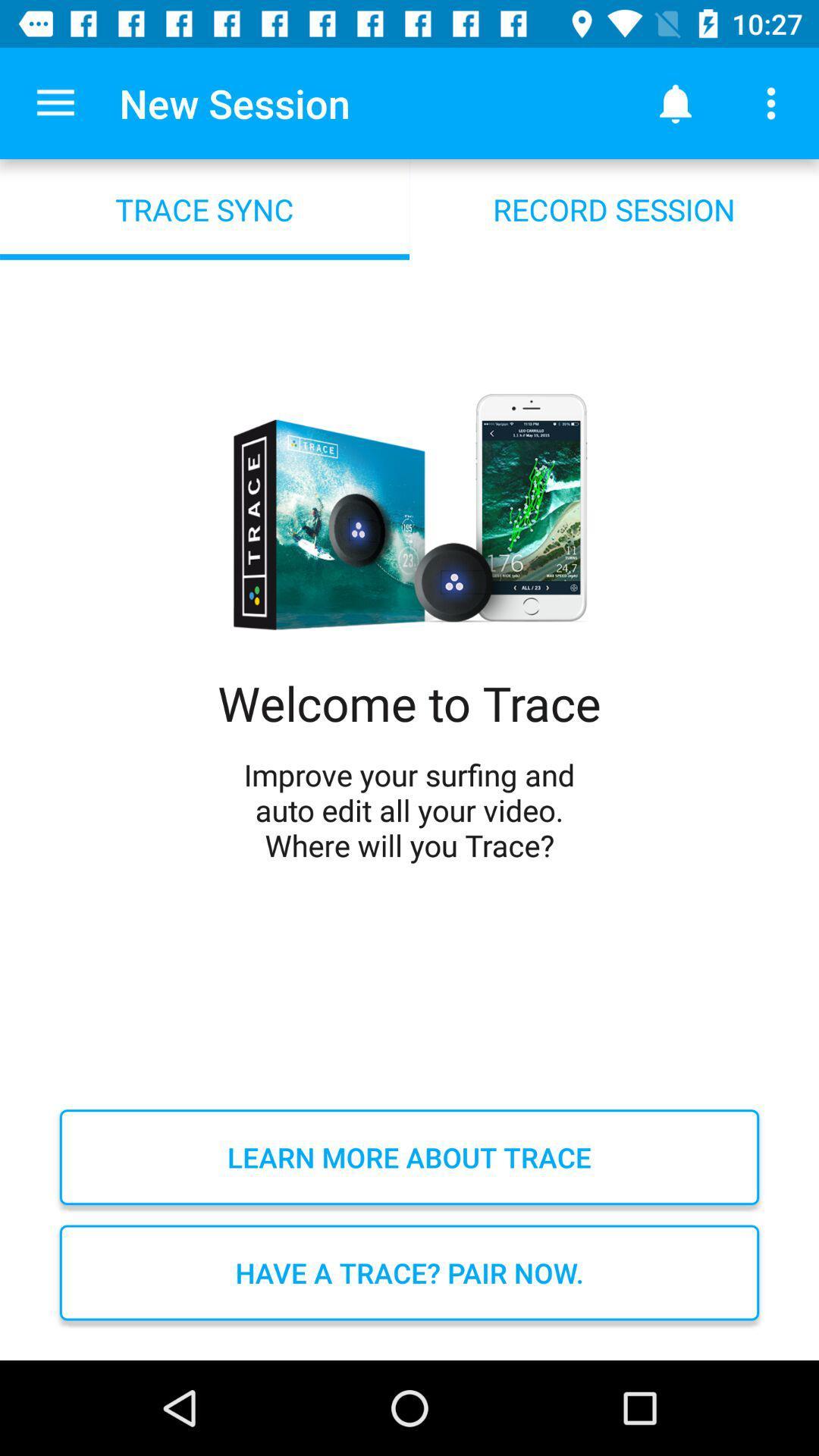 Image resolution: width=819 pixels, height=1456 pixels. What do you see at coordinates (55, 102) in the screenshot?
I see `item next to the new session app` at bounding box center [55, 102].